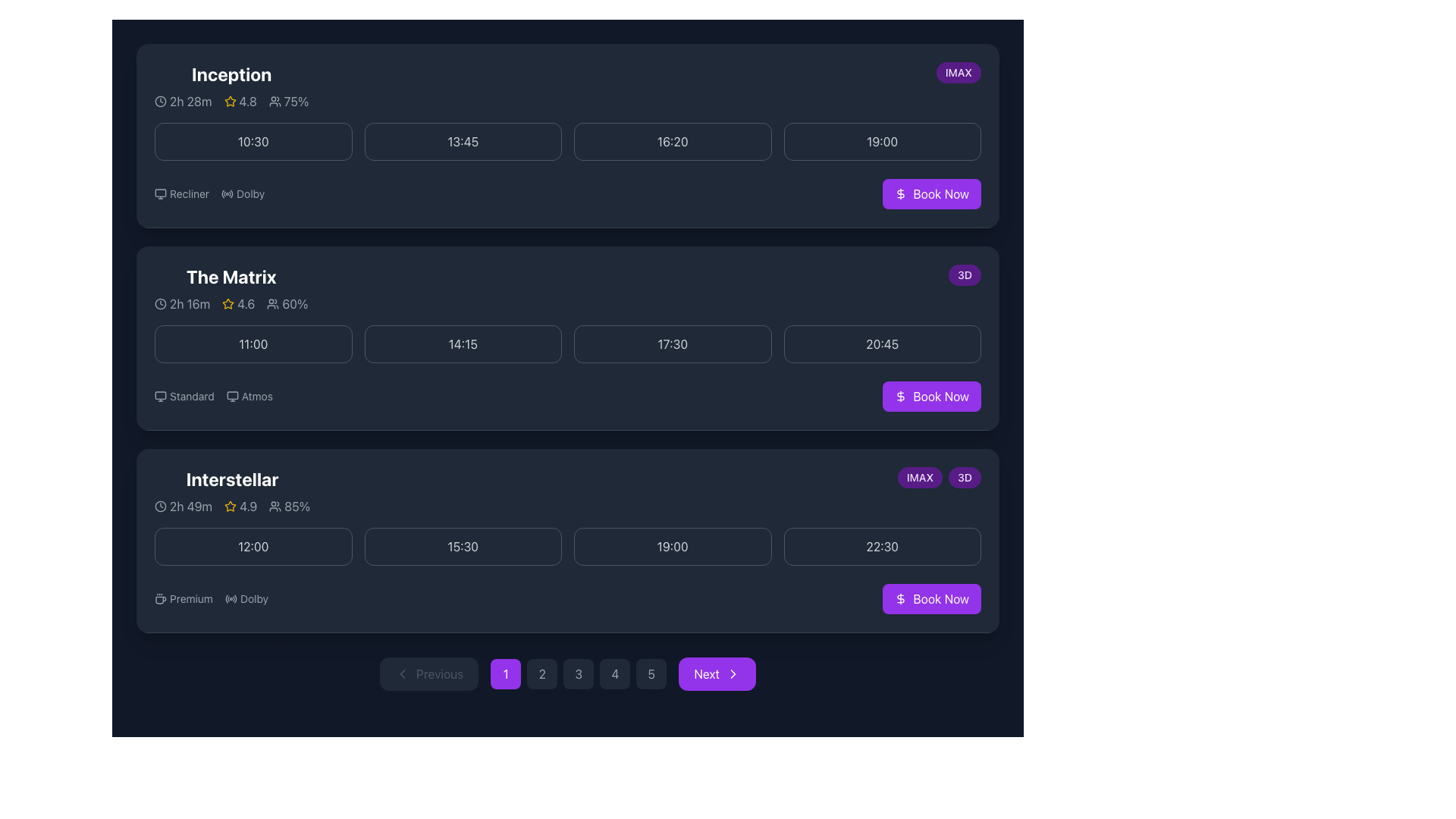 Image resolution: width=1456 pixels, height=819 pixels. Describe the element at coordinates (931, 193) in the screenshot. I see `the 'Book Now' button with a purple background and white text, located in the top-right area of the movie 'Inception' section, to initiate the booking process` at that location.